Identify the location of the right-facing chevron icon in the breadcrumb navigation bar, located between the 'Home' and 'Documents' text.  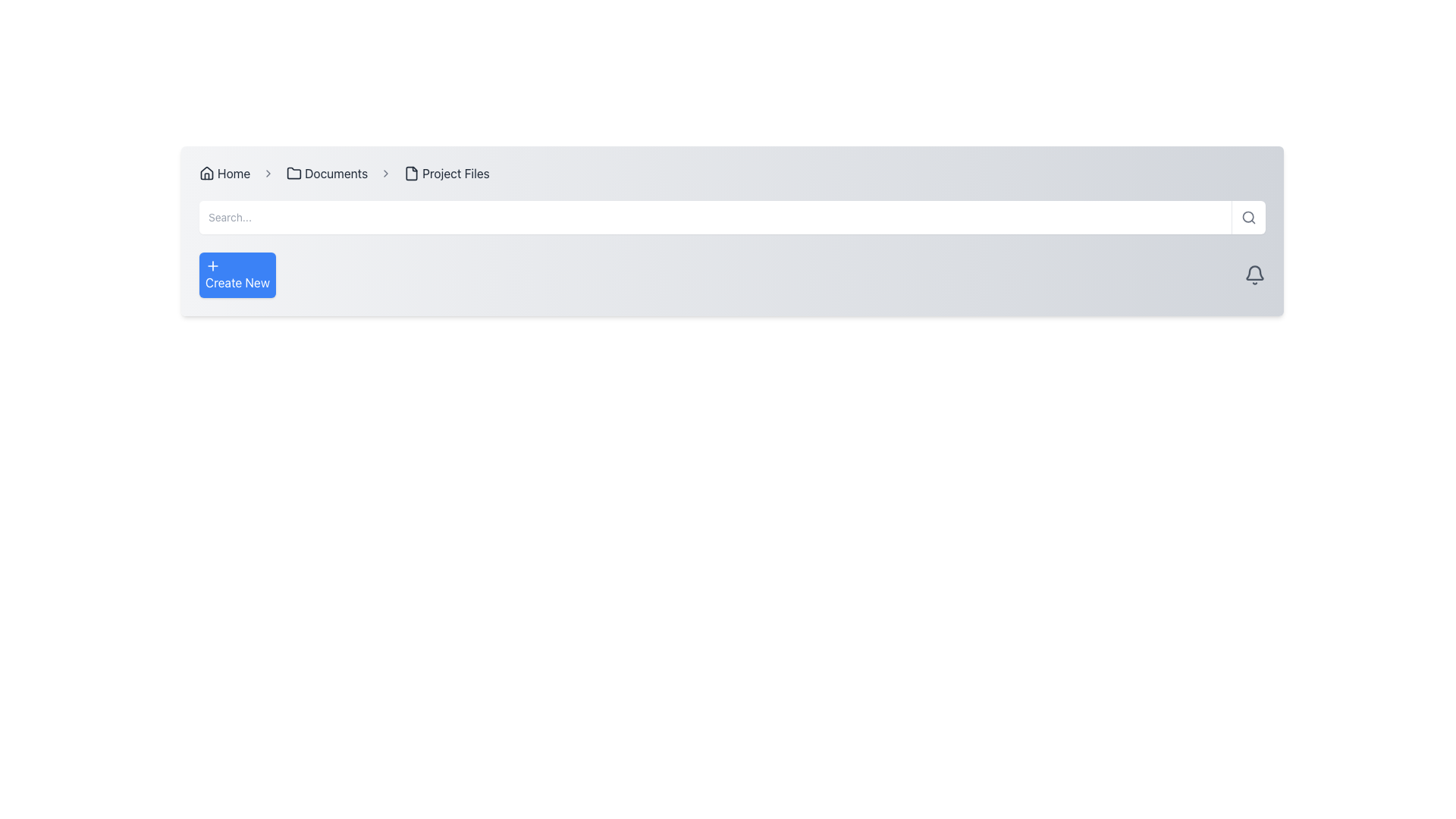
(268, 172).